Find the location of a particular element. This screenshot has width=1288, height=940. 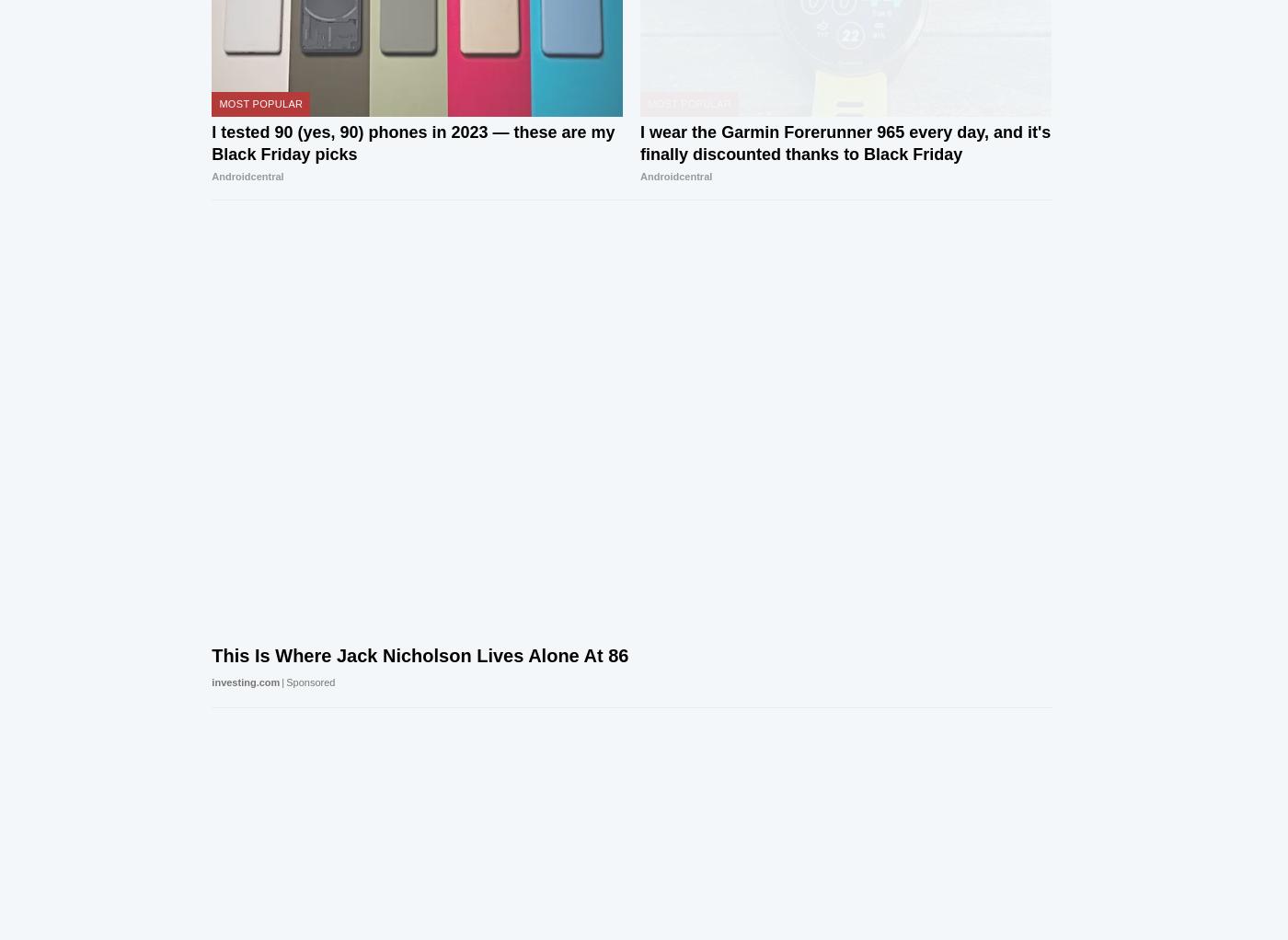

'Android Central is part of Future plc, an international media group and leading digital publisher.' is located at coordinates (542, 788).